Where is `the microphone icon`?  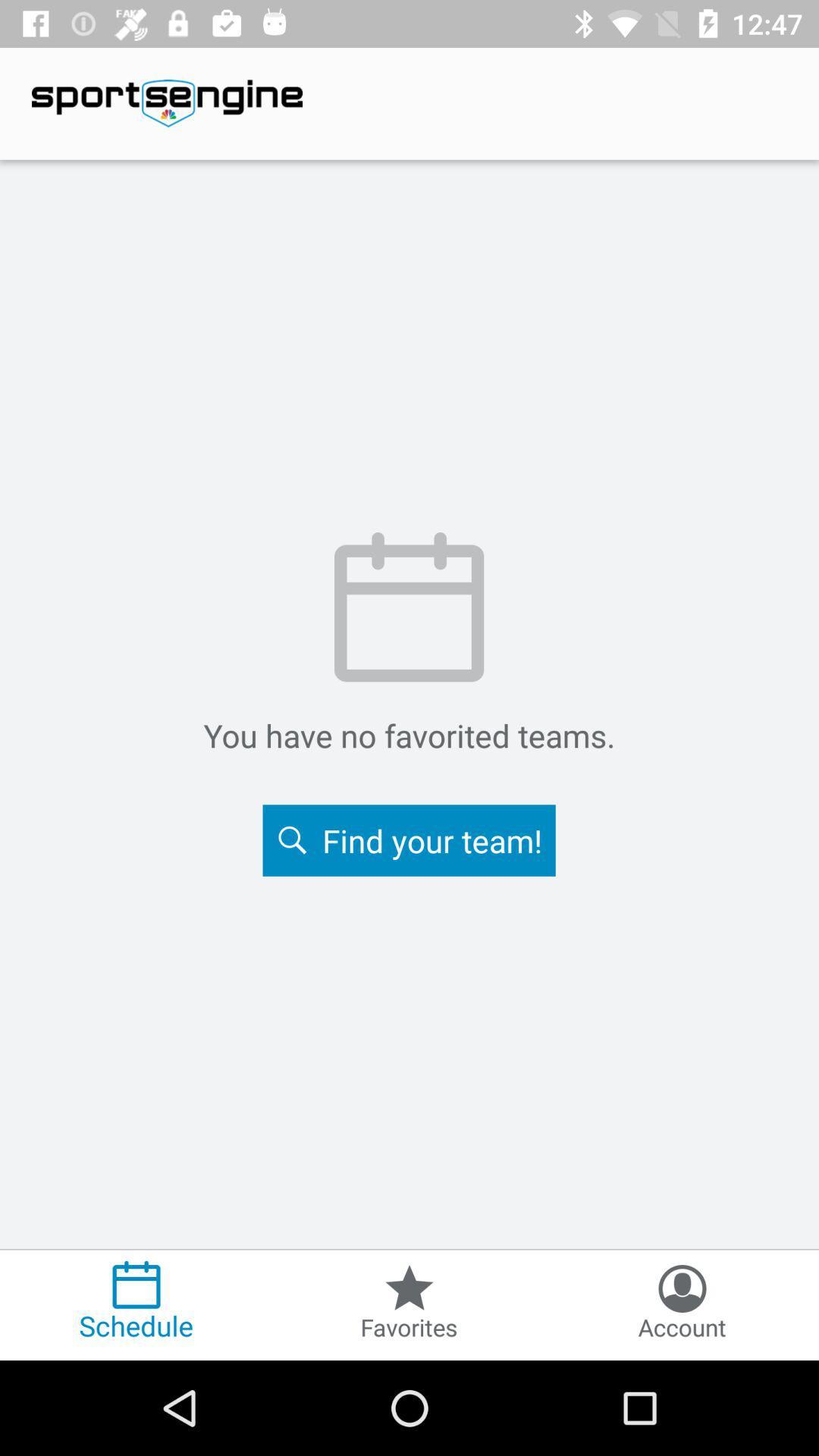
the microphone icon is located at coordinates (681, 1304).